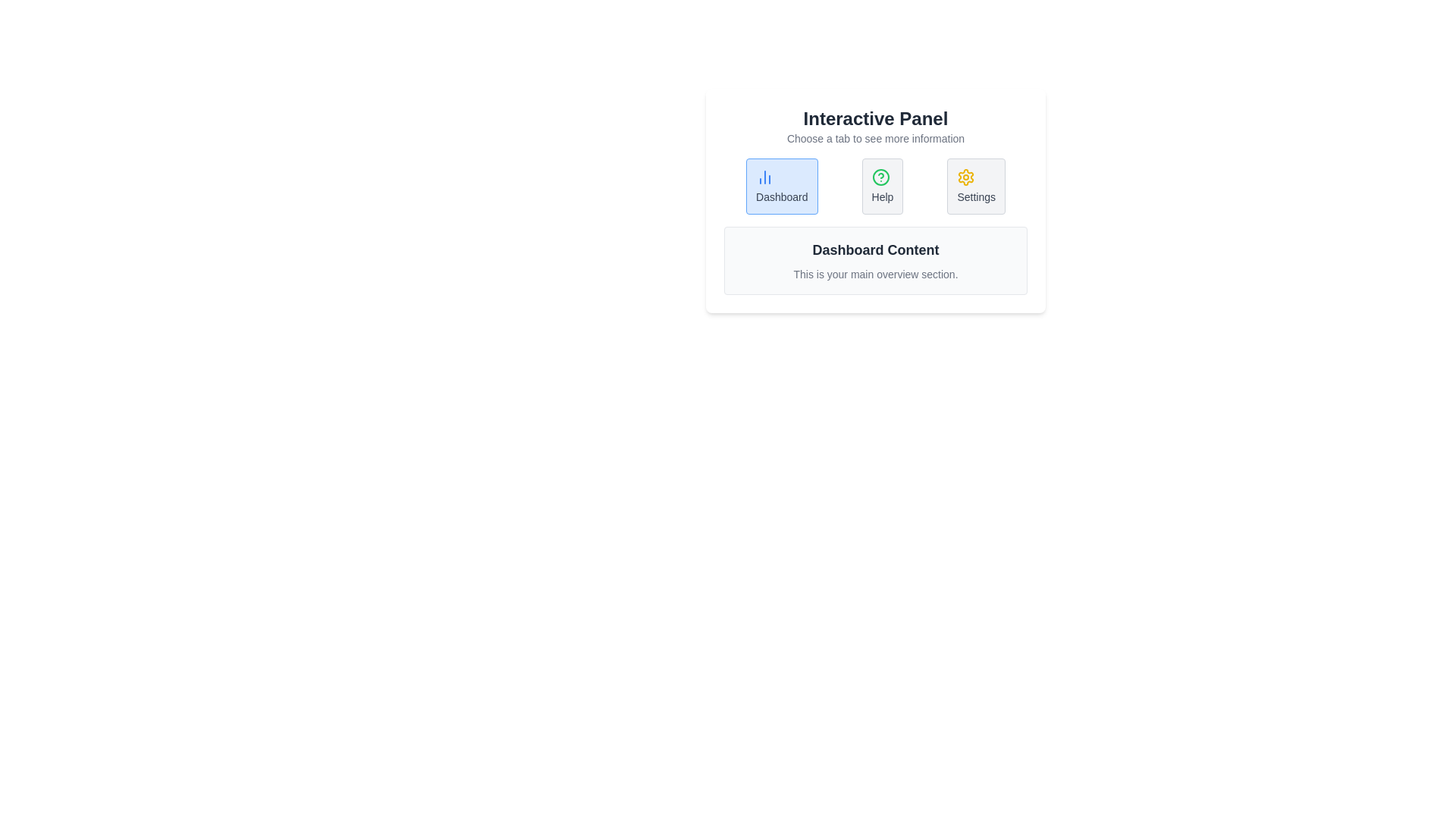 The image size is (1456, 819). I want to click on the 'Help' button which contains a circular graphical component styled in green, located within the icon depicting a help symbol, so click(880, 177).